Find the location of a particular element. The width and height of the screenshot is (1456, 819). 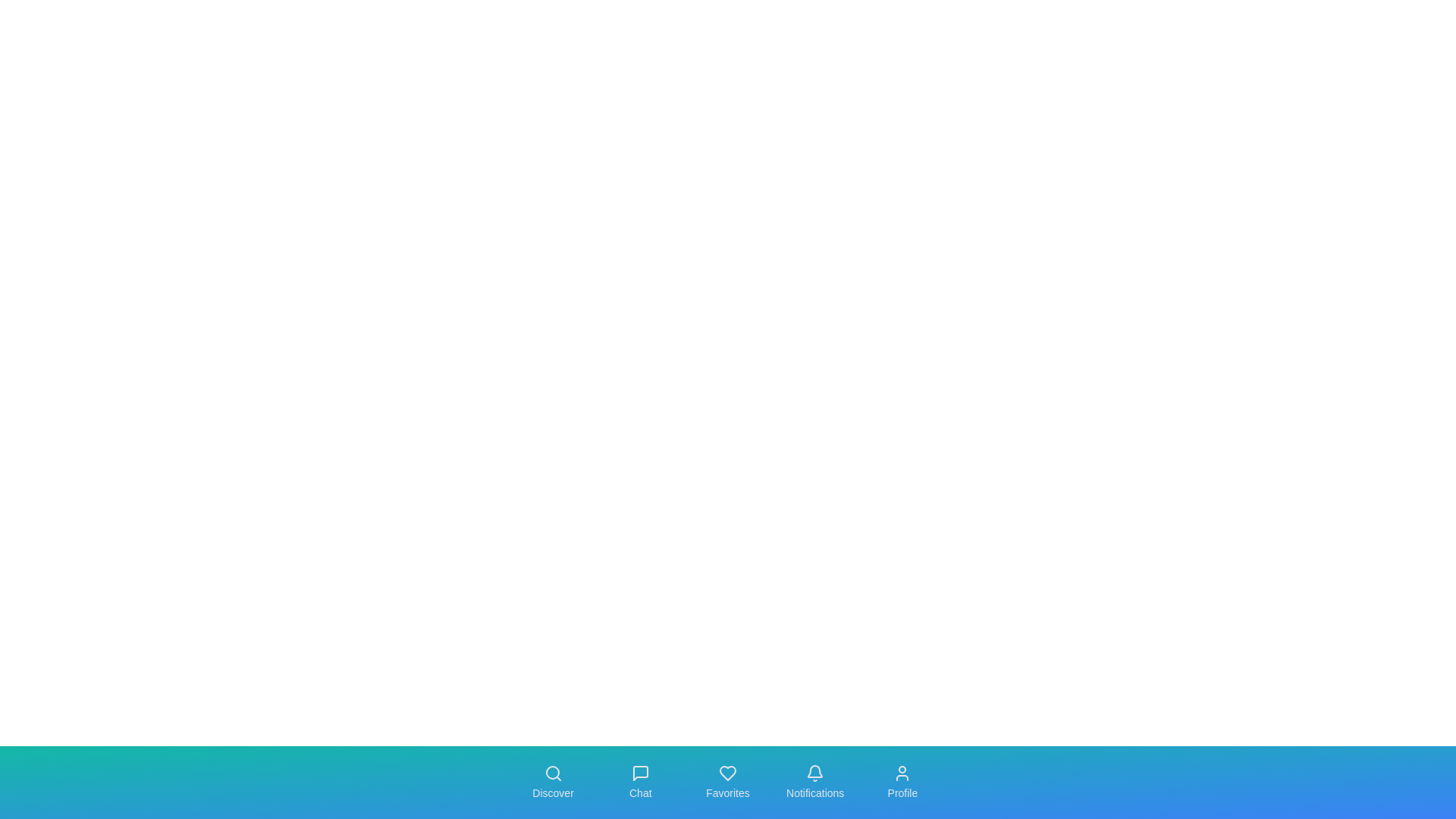

the navigation tab labeled Notifications is located at coordinates (814, 783).